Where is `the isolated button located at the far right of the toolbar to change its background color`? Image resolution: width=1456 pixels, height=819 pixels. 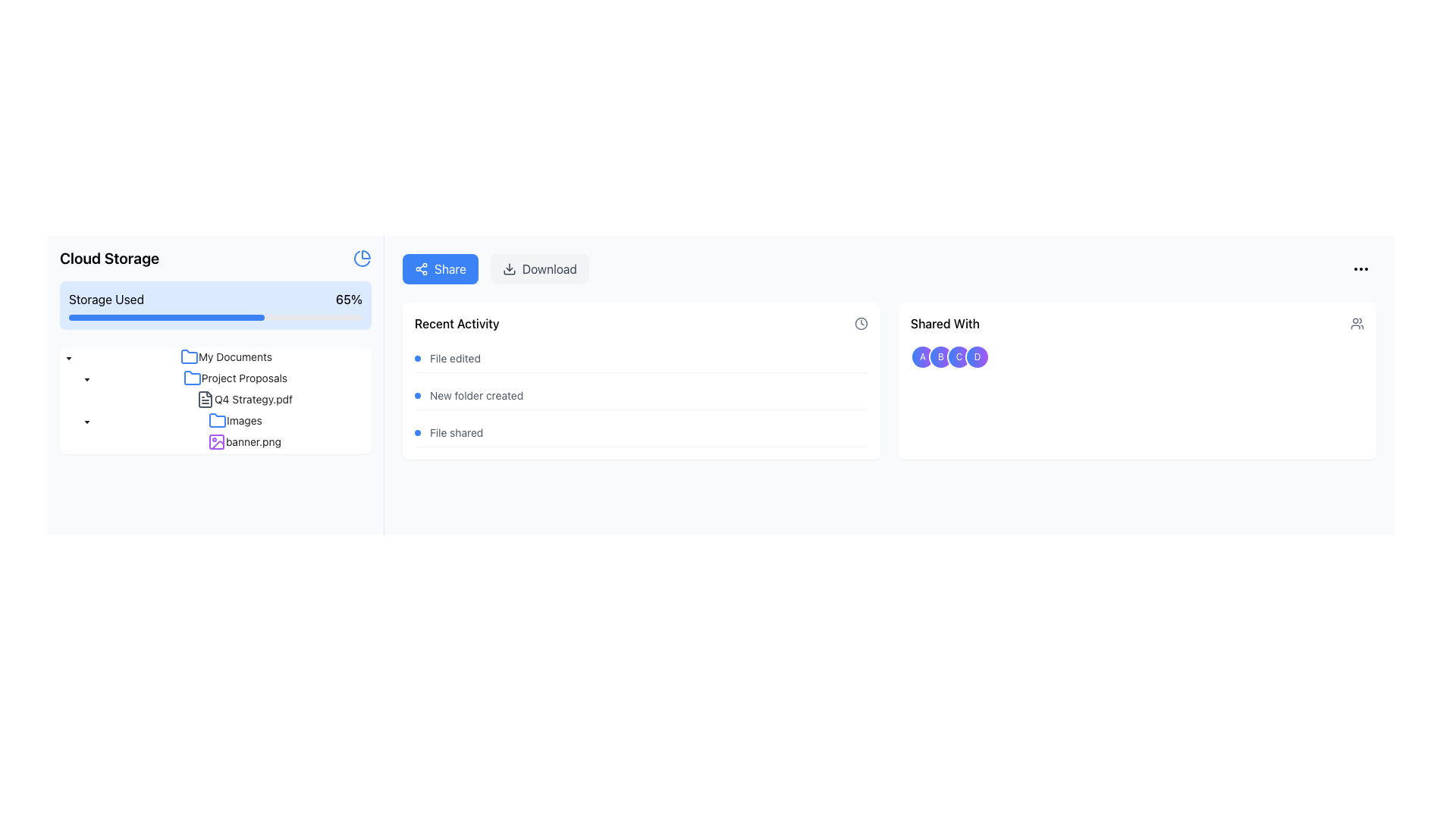
the isolated button located at the far right of the toolbar to change its background color is located at coordinates (1361, 268).